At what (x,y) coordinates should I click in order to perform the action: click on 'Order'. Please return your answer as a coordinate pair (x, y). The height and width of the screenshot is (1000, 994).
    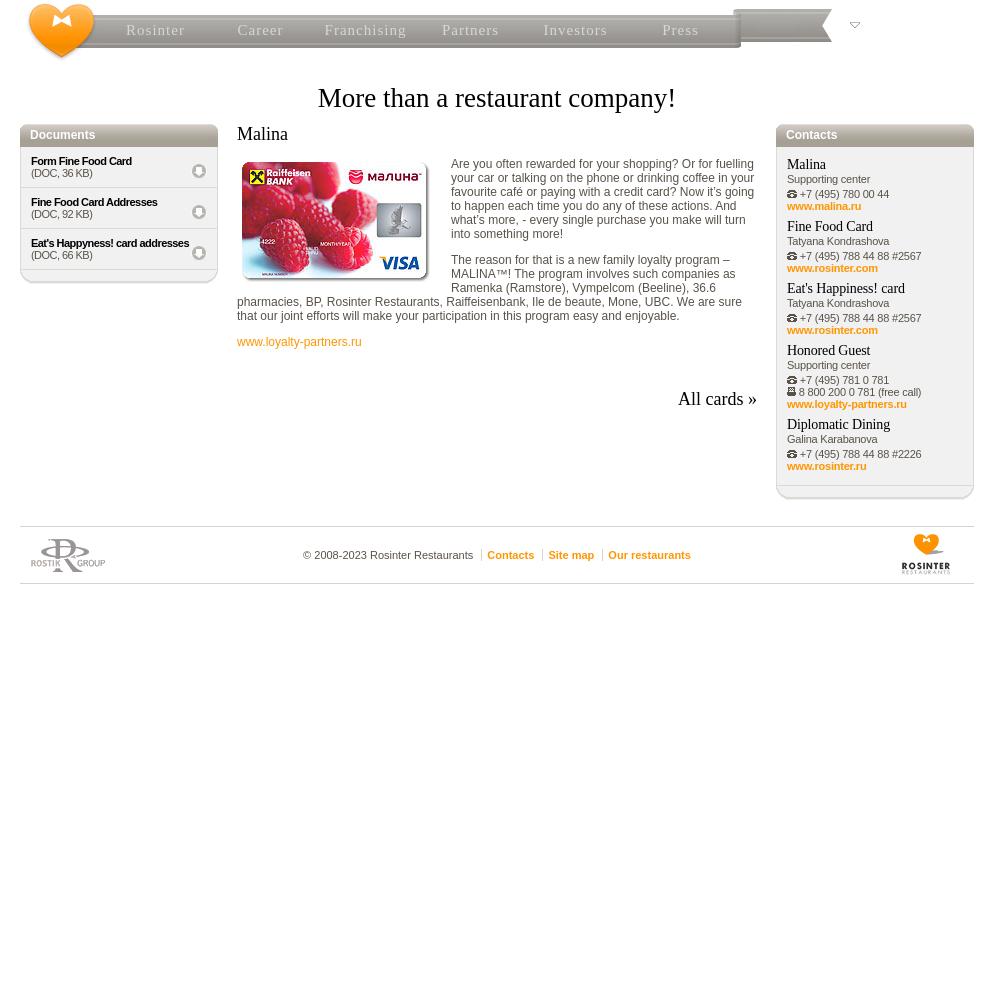
    Looking at the image, I should click on (493, 198).